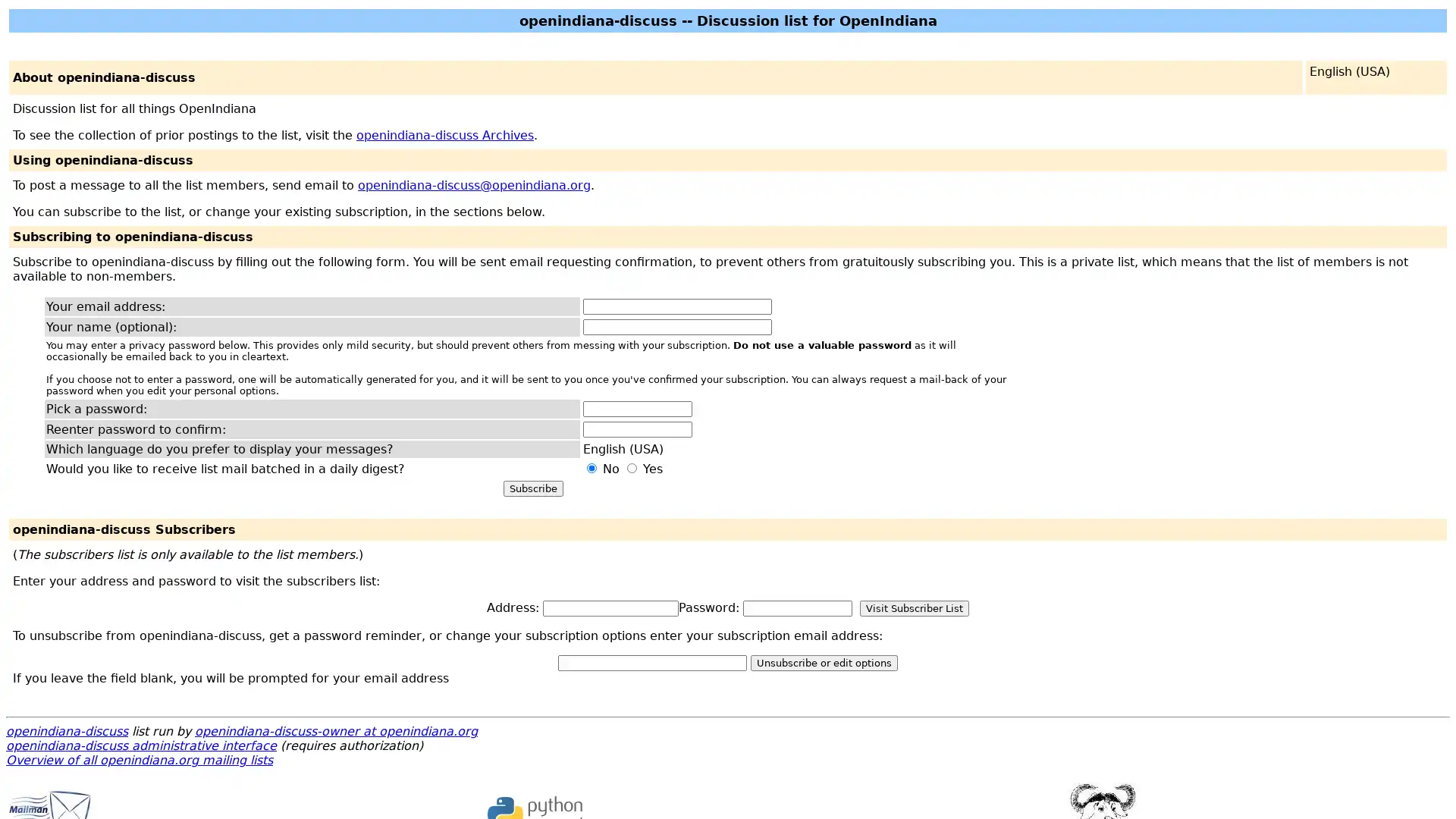 Image resolution: width=1456 pixels, height=819 pixels. I want to click on Unsubscribe or edit options, so click(823, 662).